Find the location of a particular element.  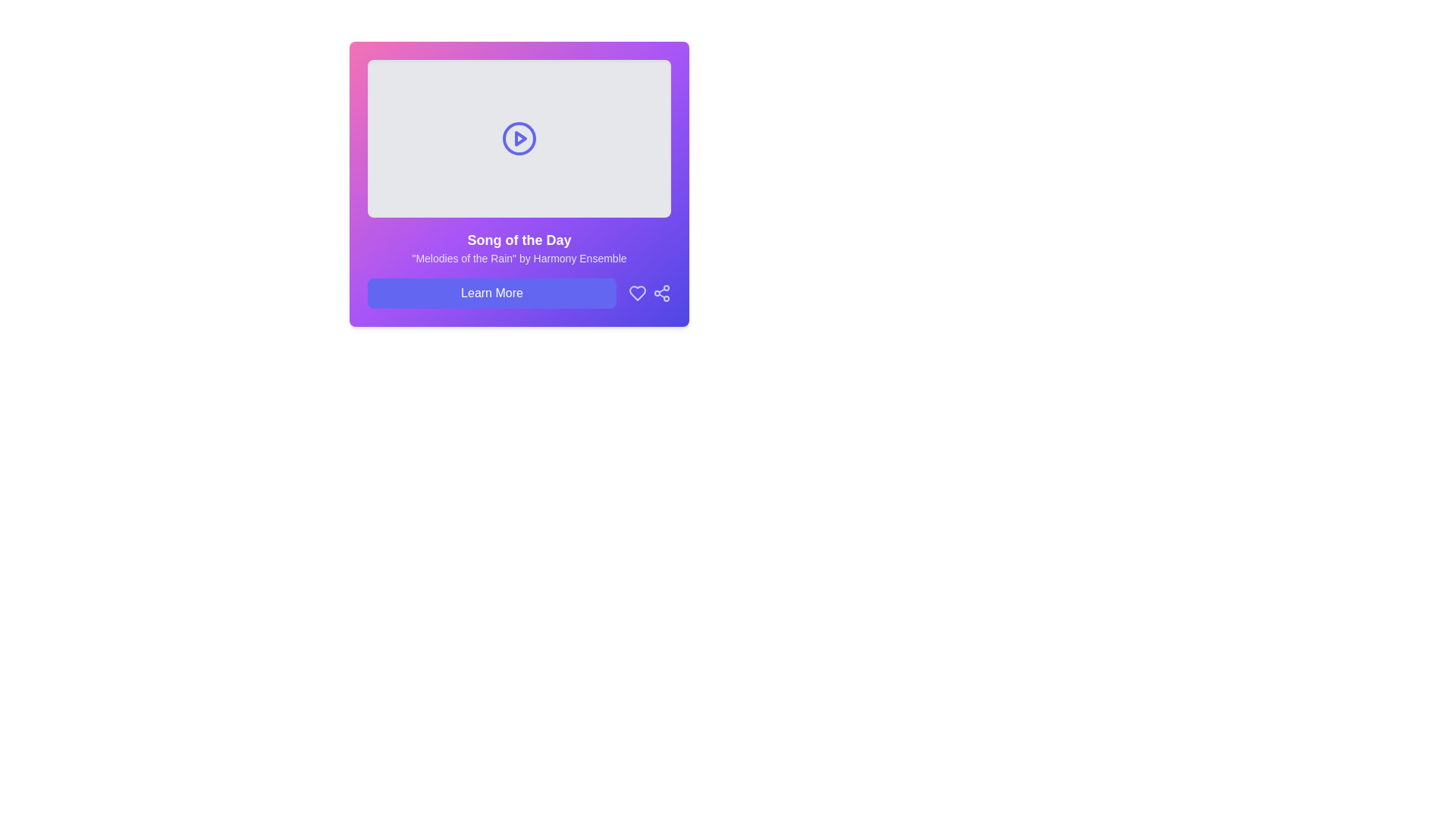

text content of the Text Display Element that shows 'Song of the Day' and '"Melodies of the Rain" by Harmony Ensemble', prominently displayed with a gradient background is located at coordinates (519, 247).